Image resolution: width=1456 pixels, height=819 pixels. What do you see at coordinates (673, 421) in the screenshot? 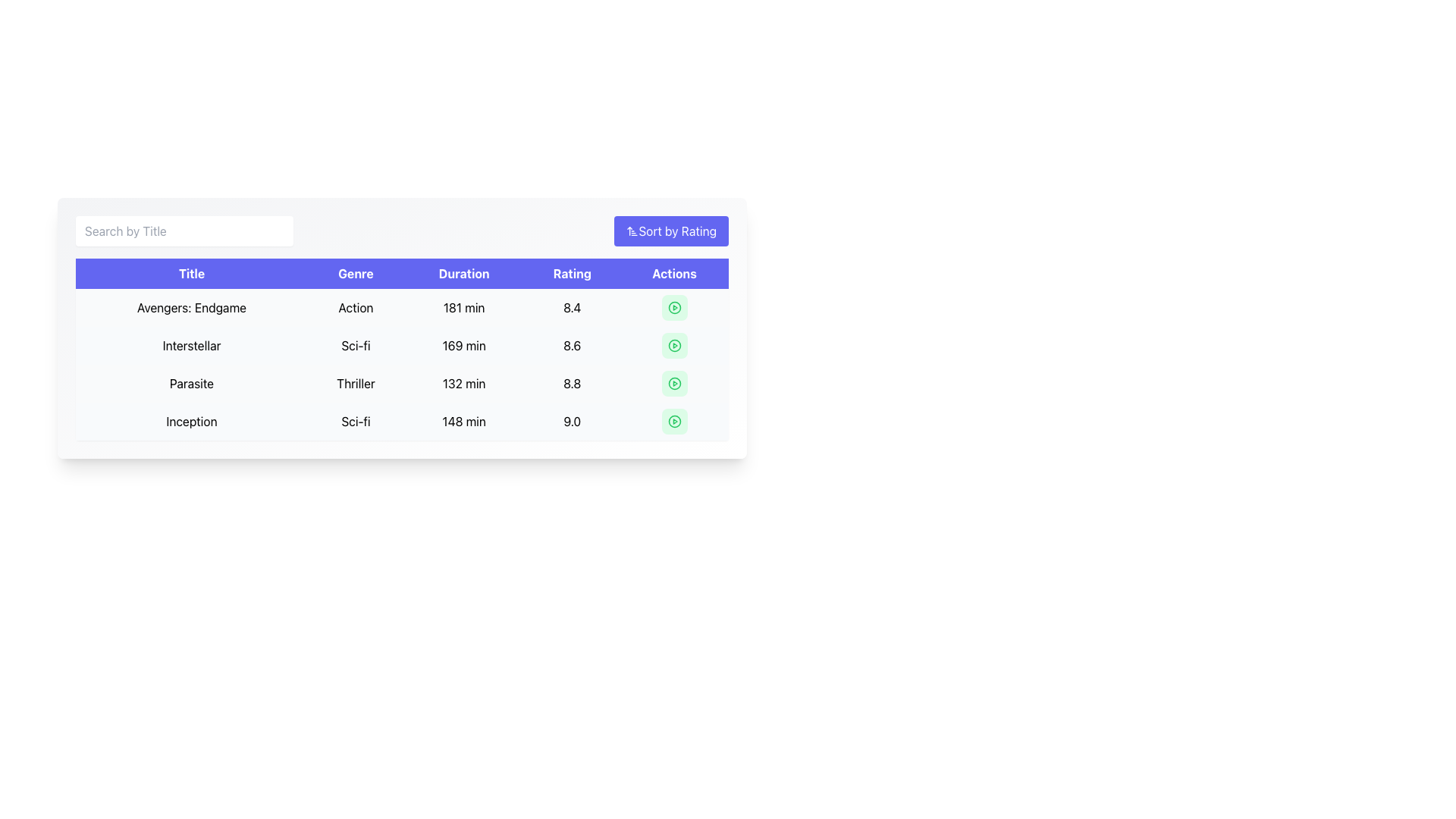
I see `the circular button with a light green background and green border, which features a green play-triangle icon` at bounding box center [673, 421].